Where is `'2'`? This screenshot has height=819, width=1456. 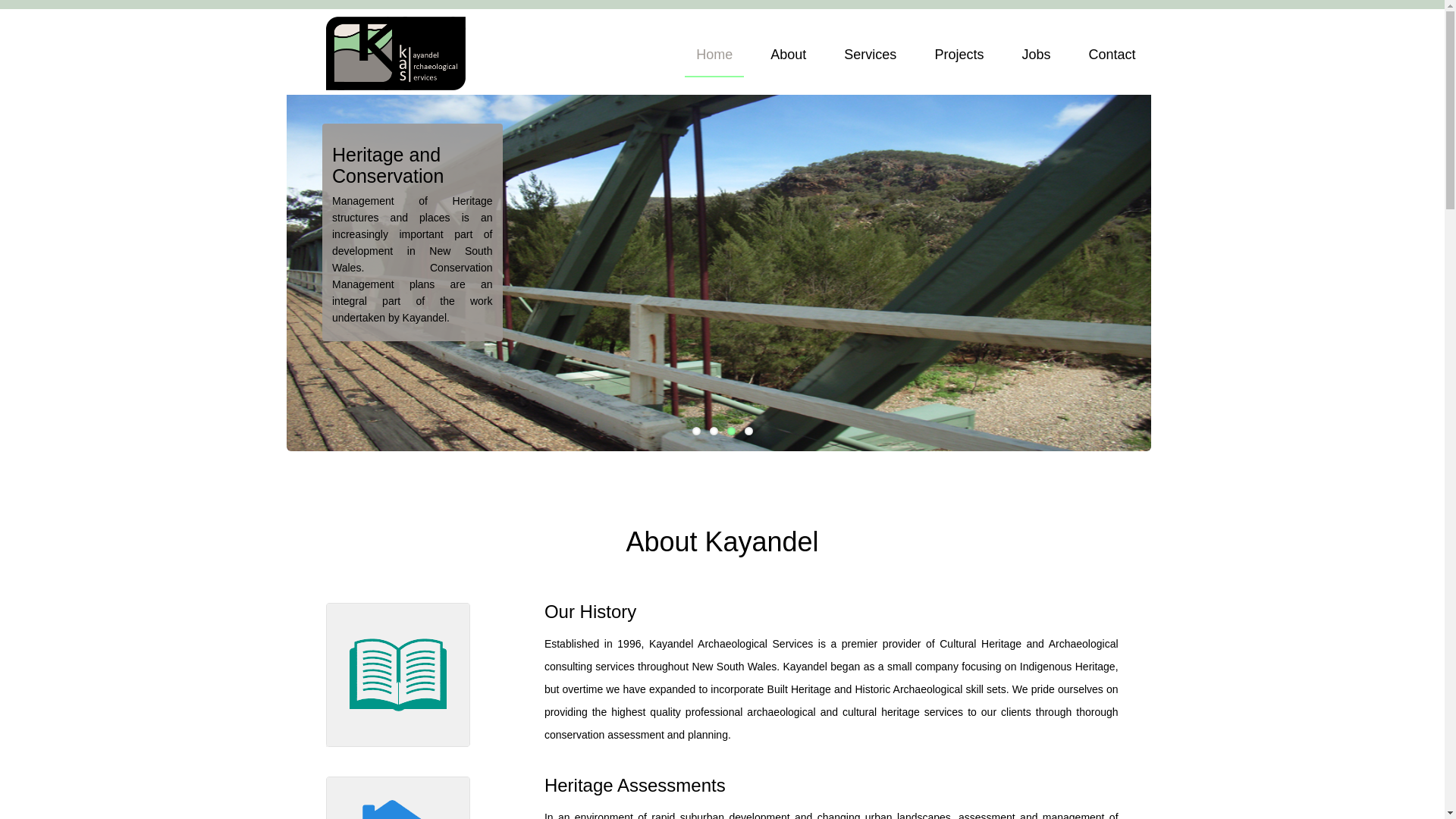
'2' is located at coordinates (713, 431).